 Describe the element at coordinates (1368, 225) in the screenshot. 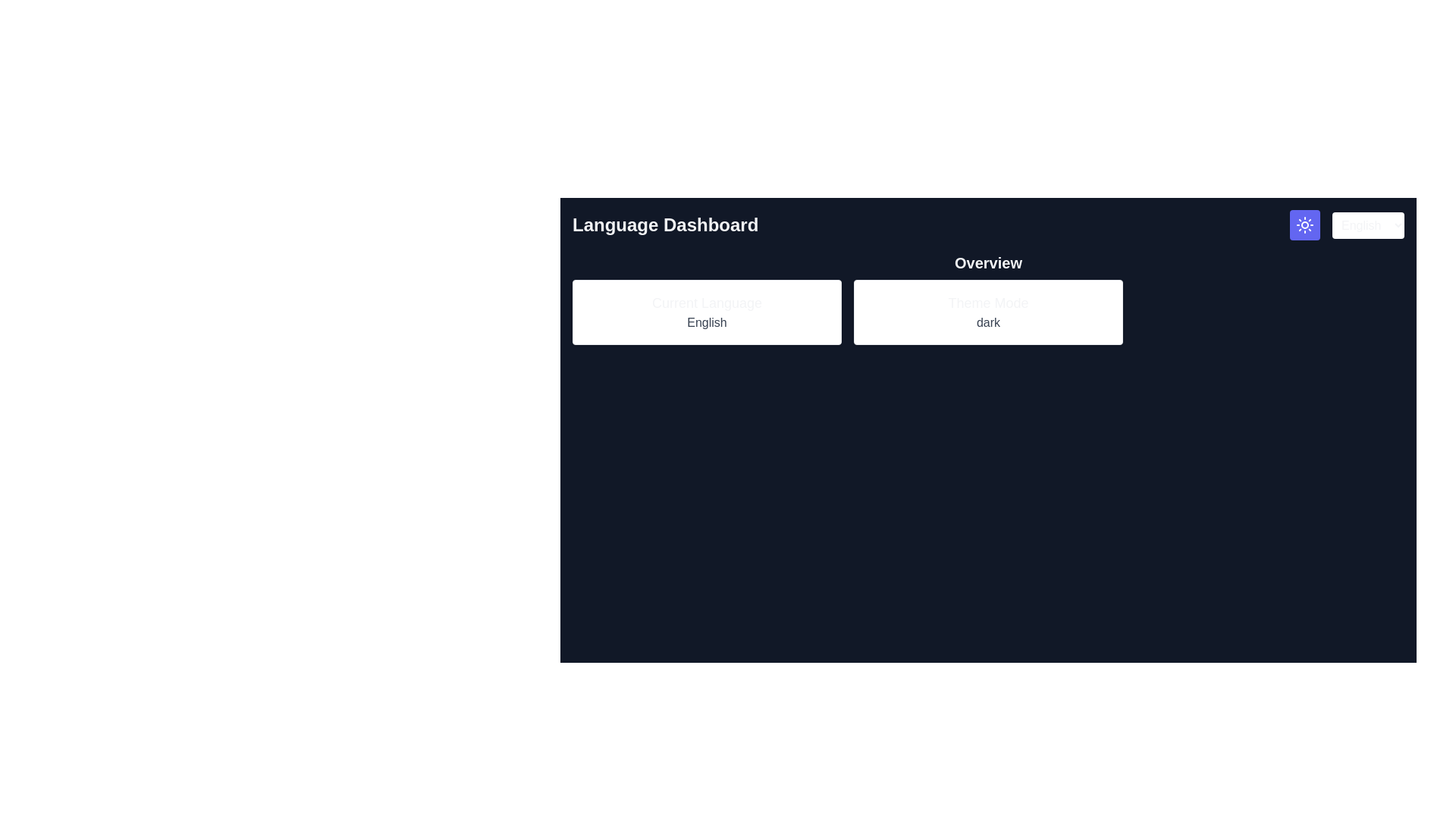

I see `the dropdown menu trigger button labeled 'English' located` at that location.